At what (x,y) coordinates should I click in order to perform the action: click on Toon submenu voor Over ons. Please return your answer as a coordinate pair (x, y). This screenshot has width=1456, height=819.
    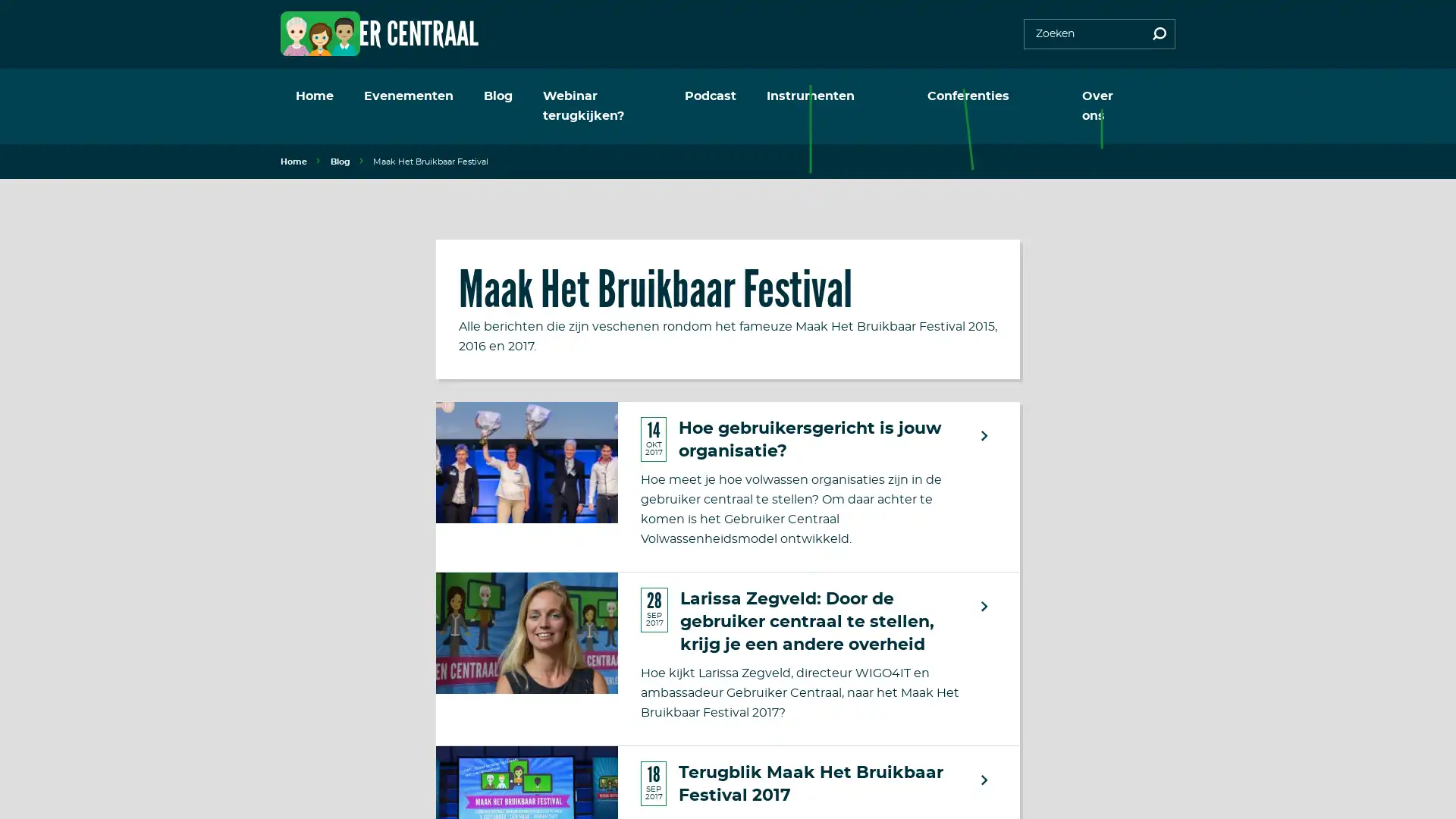
    Looking at the image, I should click on (1146, 96).